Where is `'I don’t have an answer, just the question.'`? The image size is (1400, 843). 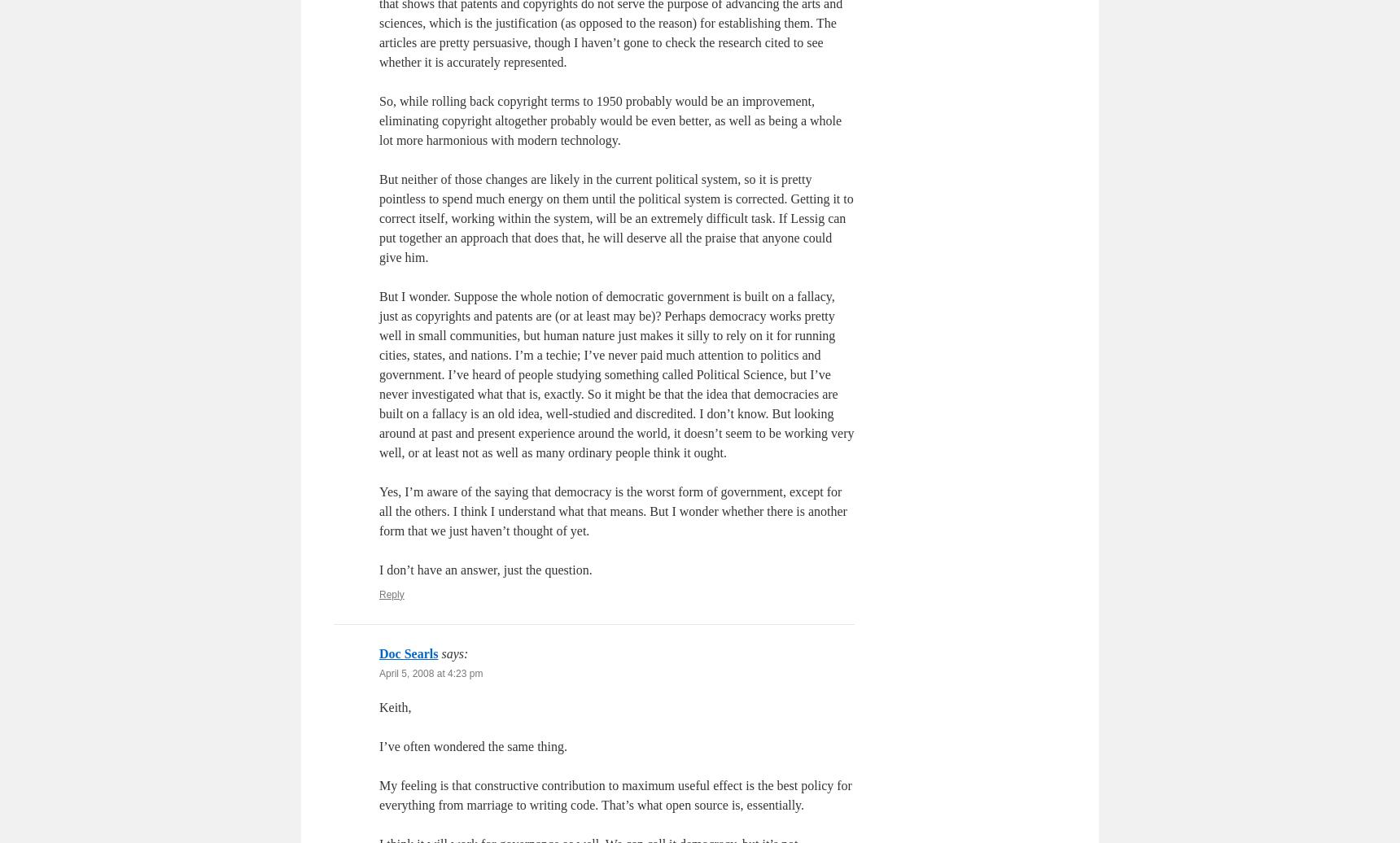
'I don’t have an answer, just the question.' is located at coordinates (378, 569).